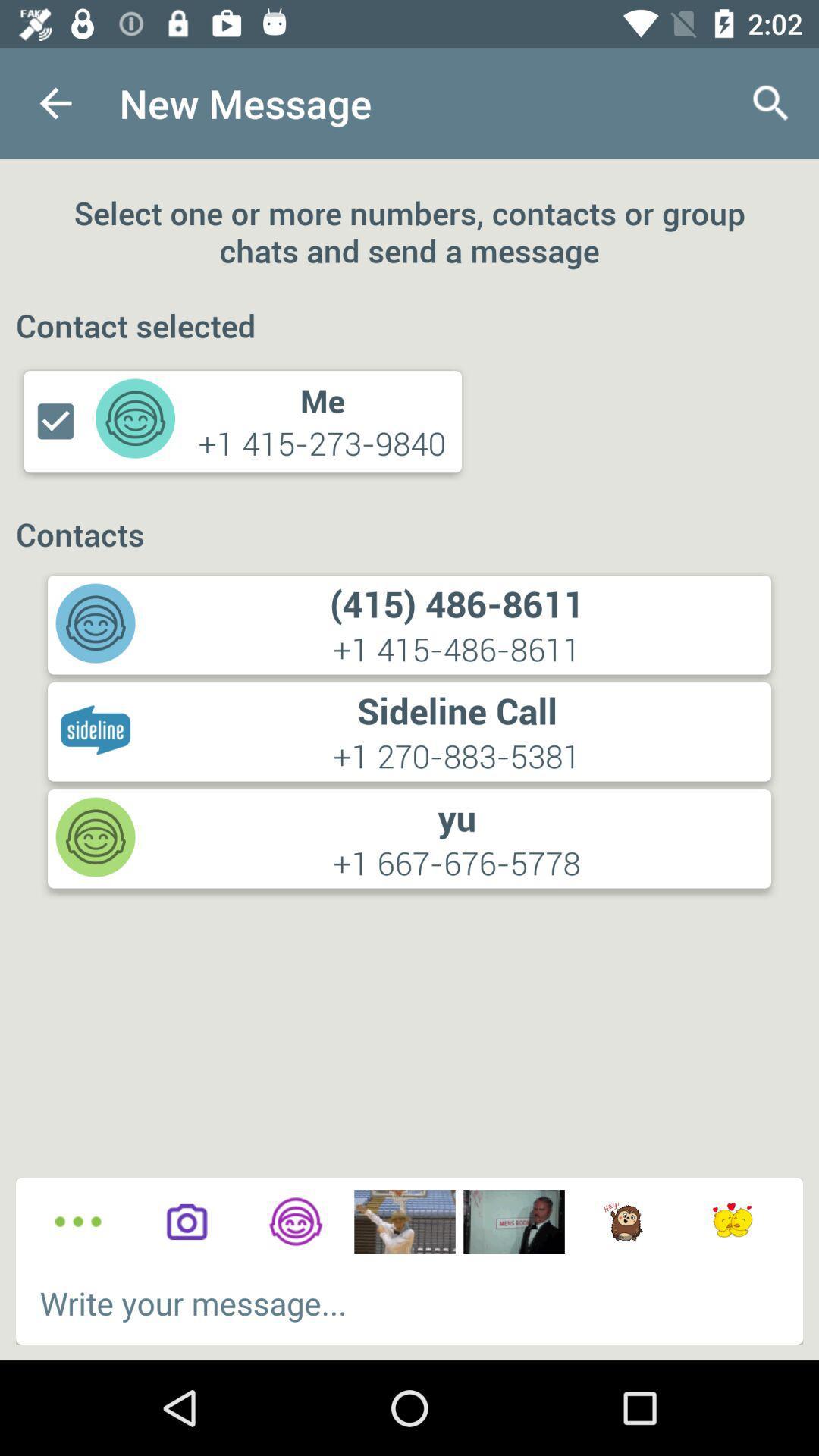  What do you see at coordinates (295, 1222) in the screenshot?
I see `the icon below 1 667 676 icon` at bounding box center [295, 1222].